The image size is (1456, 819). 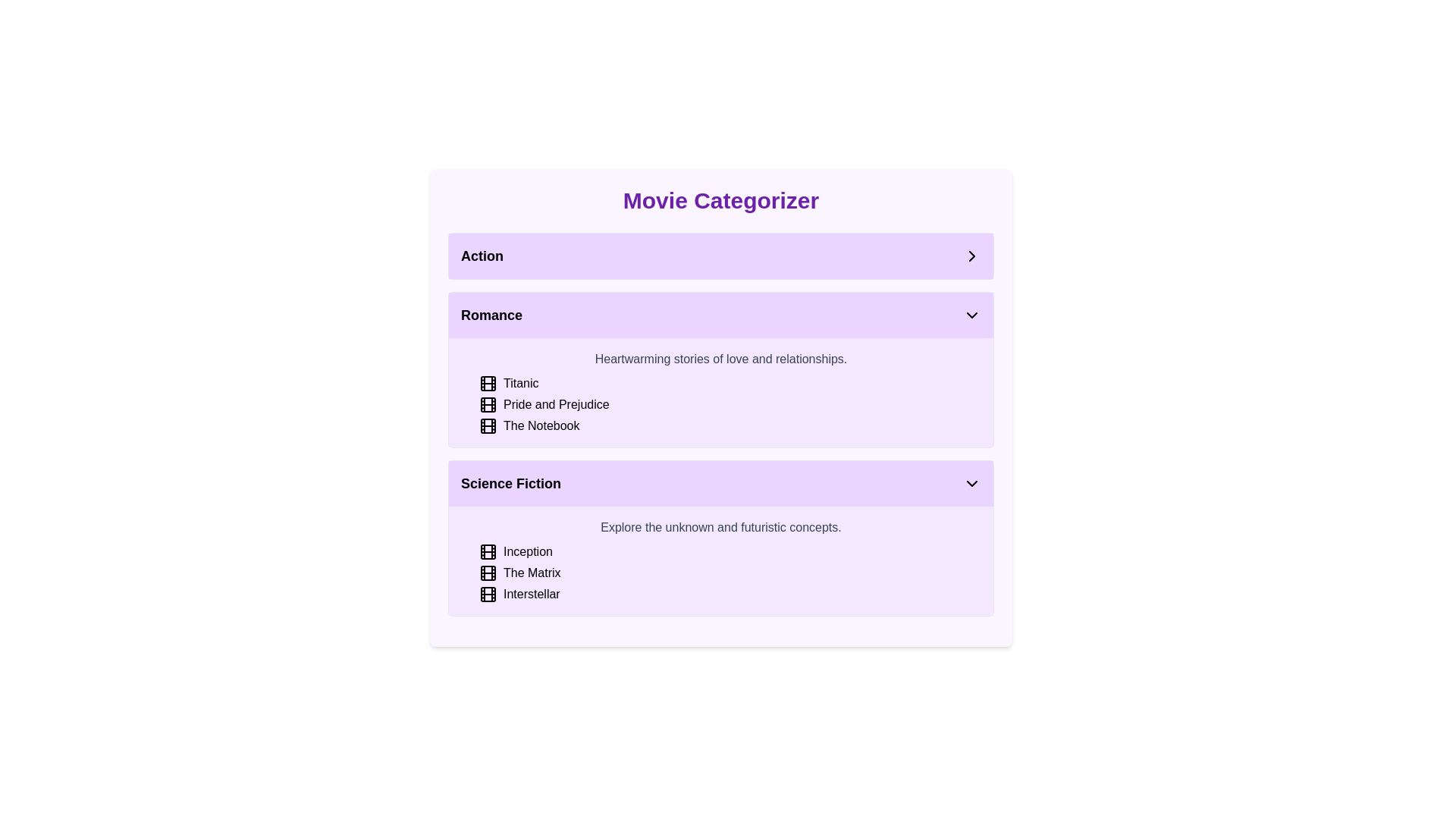 I want to click on the film reel icon styled in black with intersecting lines, located in the 'Romance' section, next to the text 'Titanic', so click(x=488, y=382).